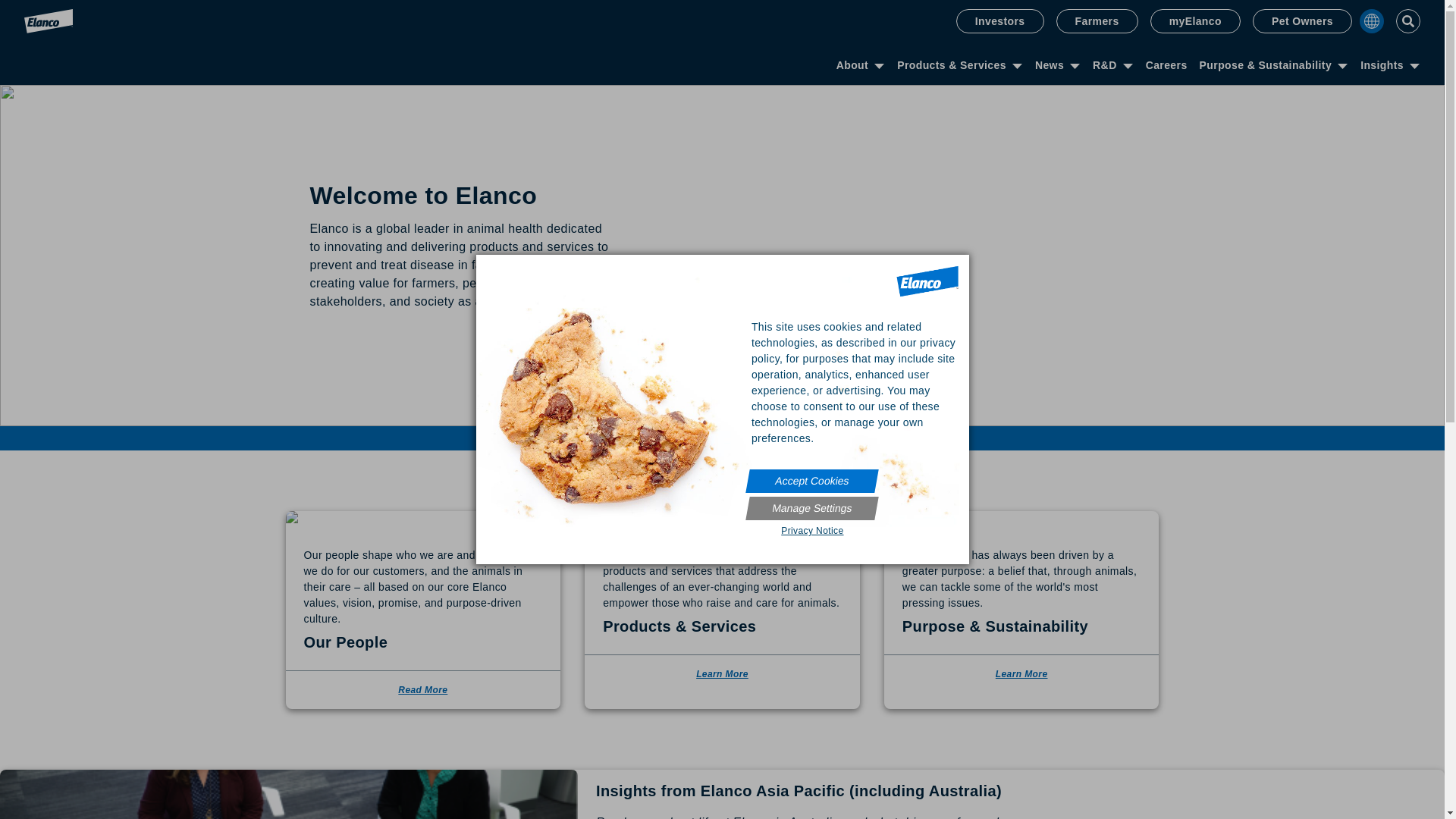 Image resolution: width=1456 pixels, height=819 pixels. I want to click on 'Privacy Notice', so click(811, 529).